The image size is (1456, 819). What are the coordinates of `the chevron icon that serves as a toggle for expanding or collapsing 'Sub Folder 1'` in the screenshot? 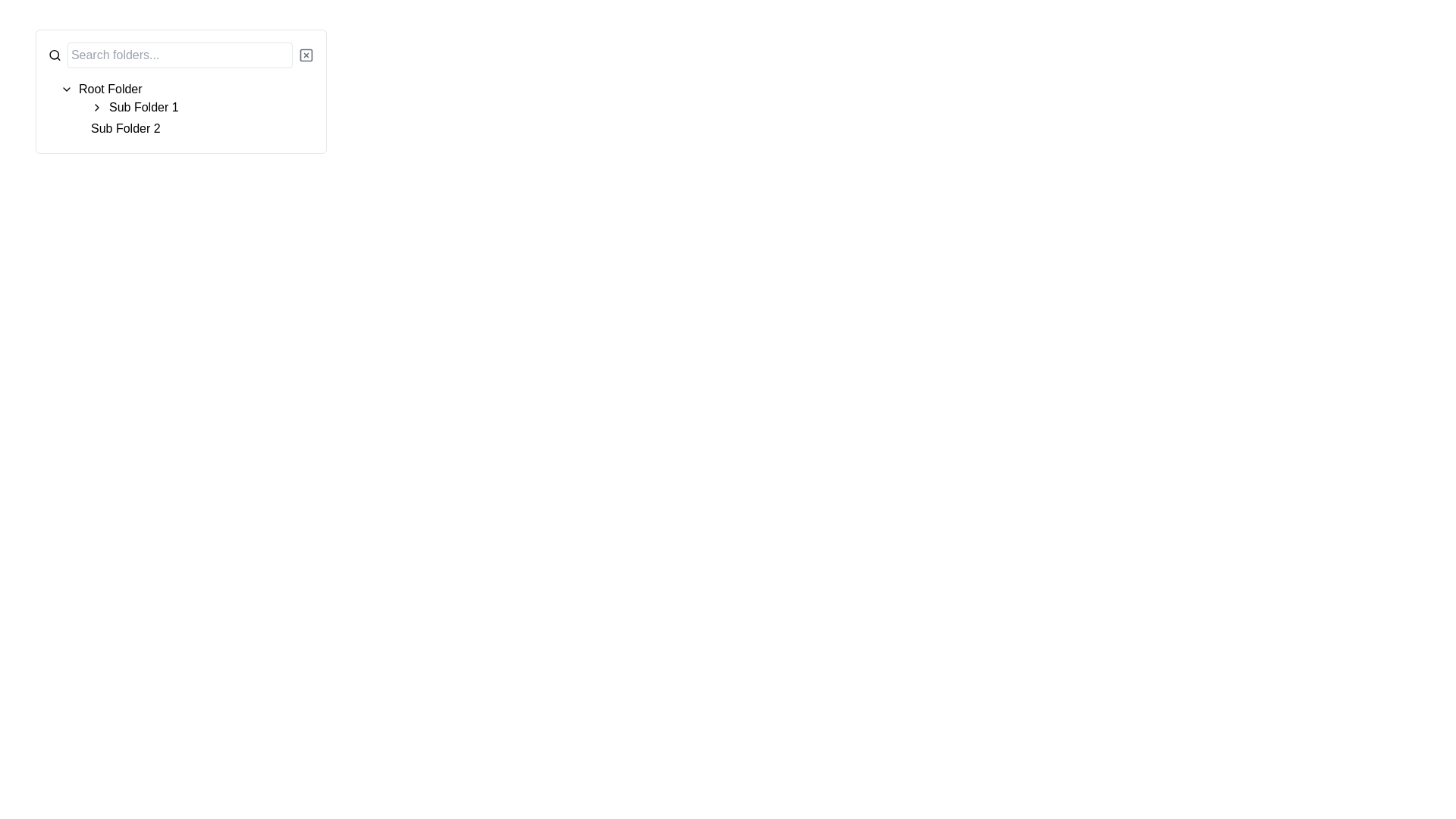 It's located at (96, 107).